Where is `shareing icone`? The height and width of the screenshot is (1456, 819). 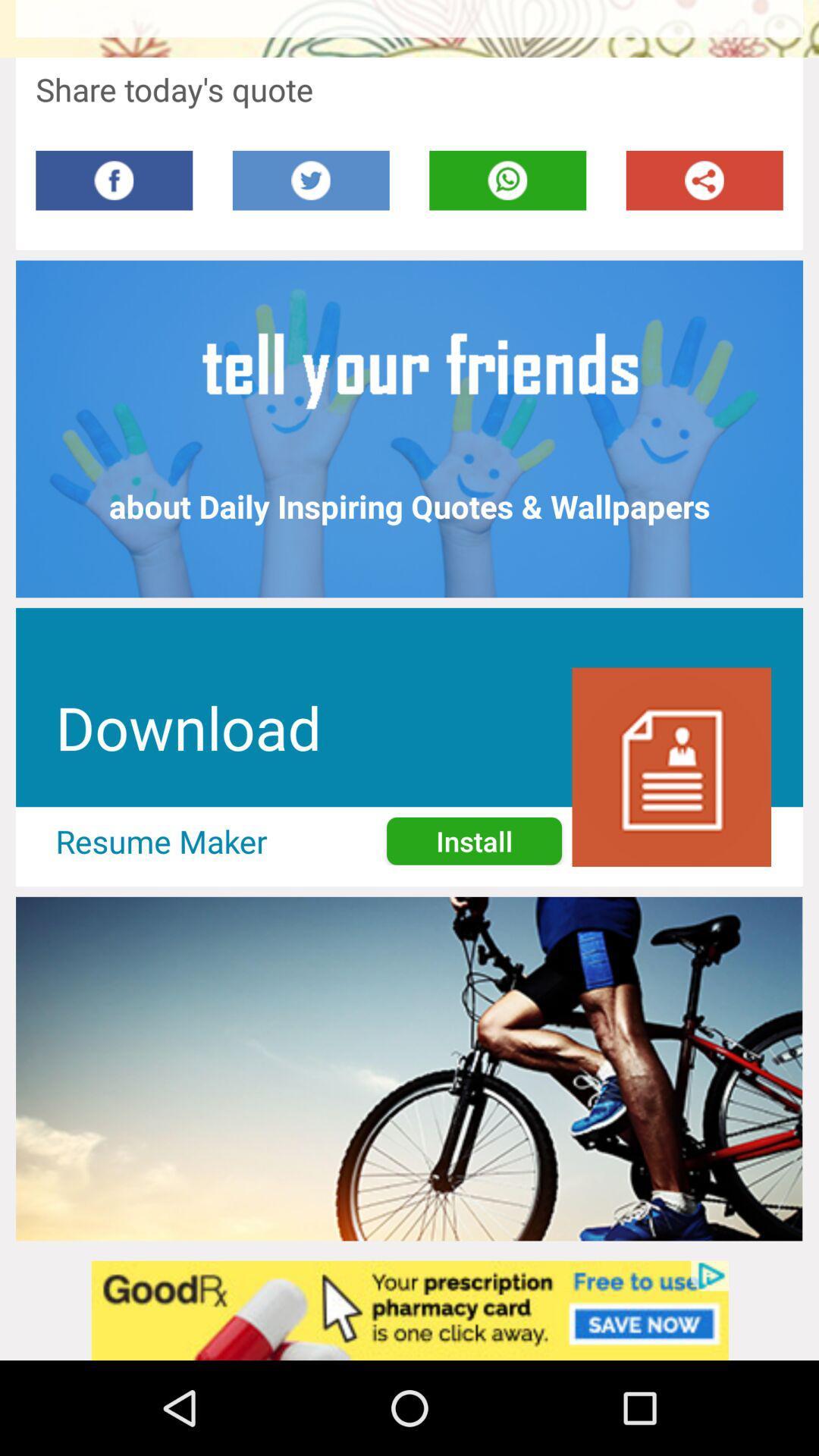 shareing icone is located at coordinates (704, 180).